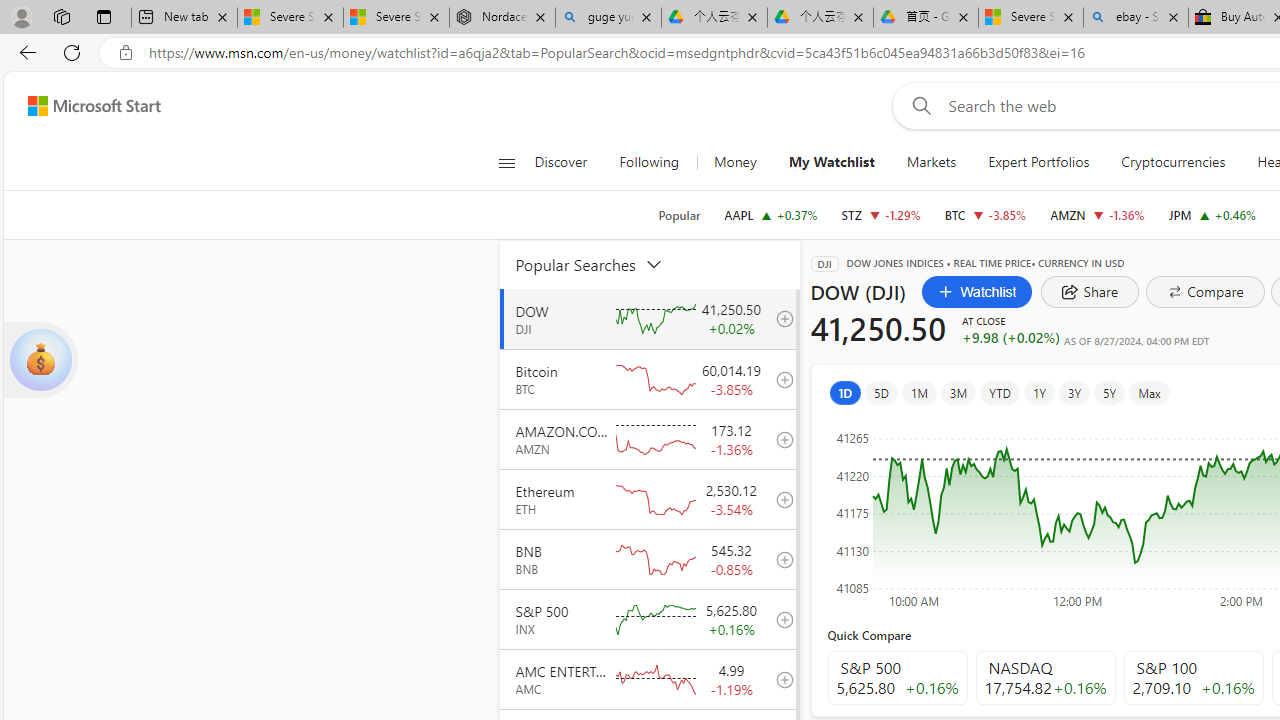 The image size is (1280, 720). I want to click on 'My Watchlist', so click(831, 162).